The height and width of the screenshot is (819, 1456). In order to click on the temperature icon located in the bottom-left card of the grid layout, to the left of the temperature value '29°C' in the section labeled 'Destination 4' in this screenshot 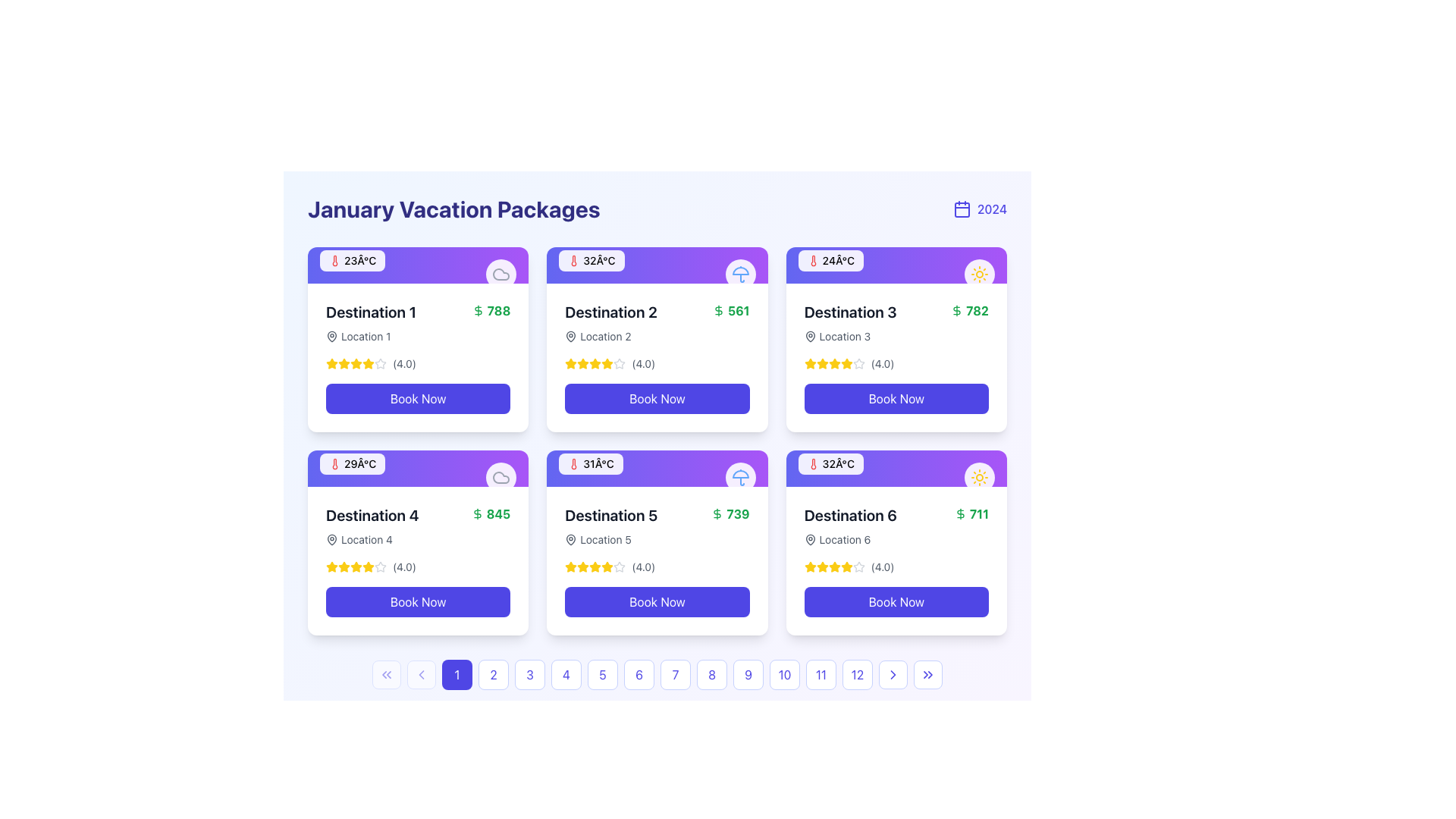, I will do `click(334, 463)`.